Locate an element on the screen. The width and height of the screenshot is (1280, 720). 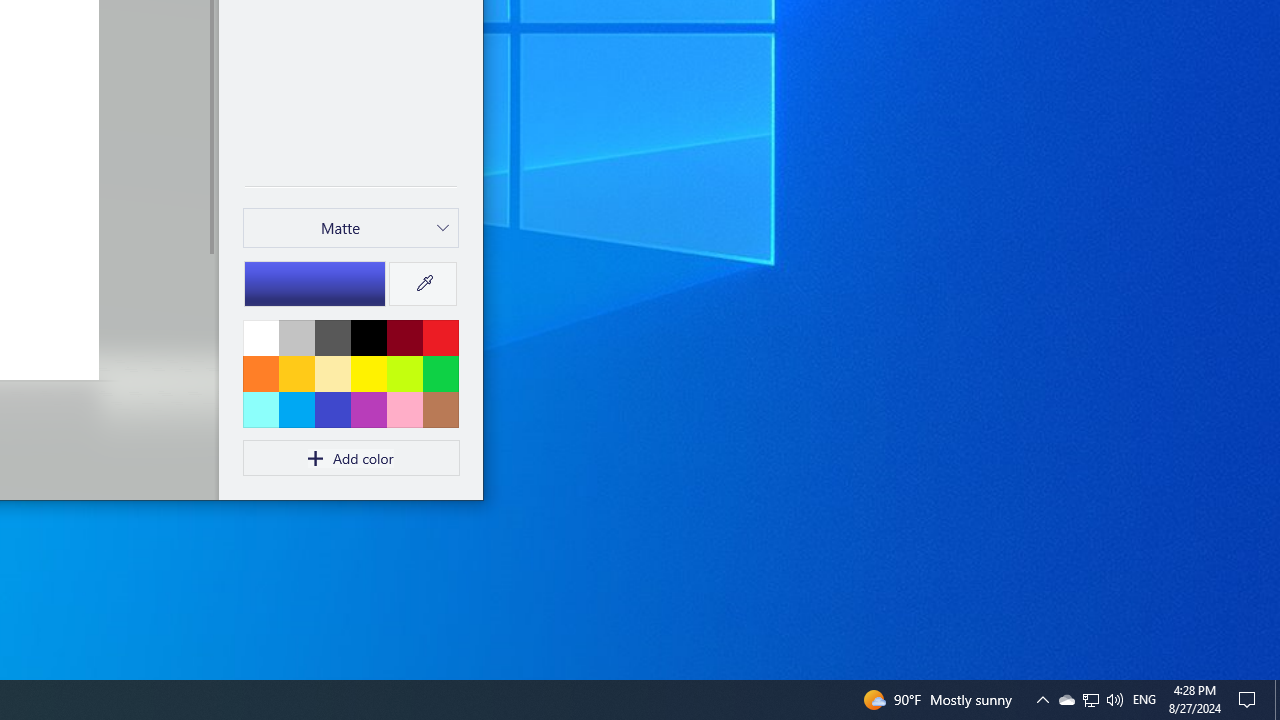
'Add color' is located at coordinates (351, 458).